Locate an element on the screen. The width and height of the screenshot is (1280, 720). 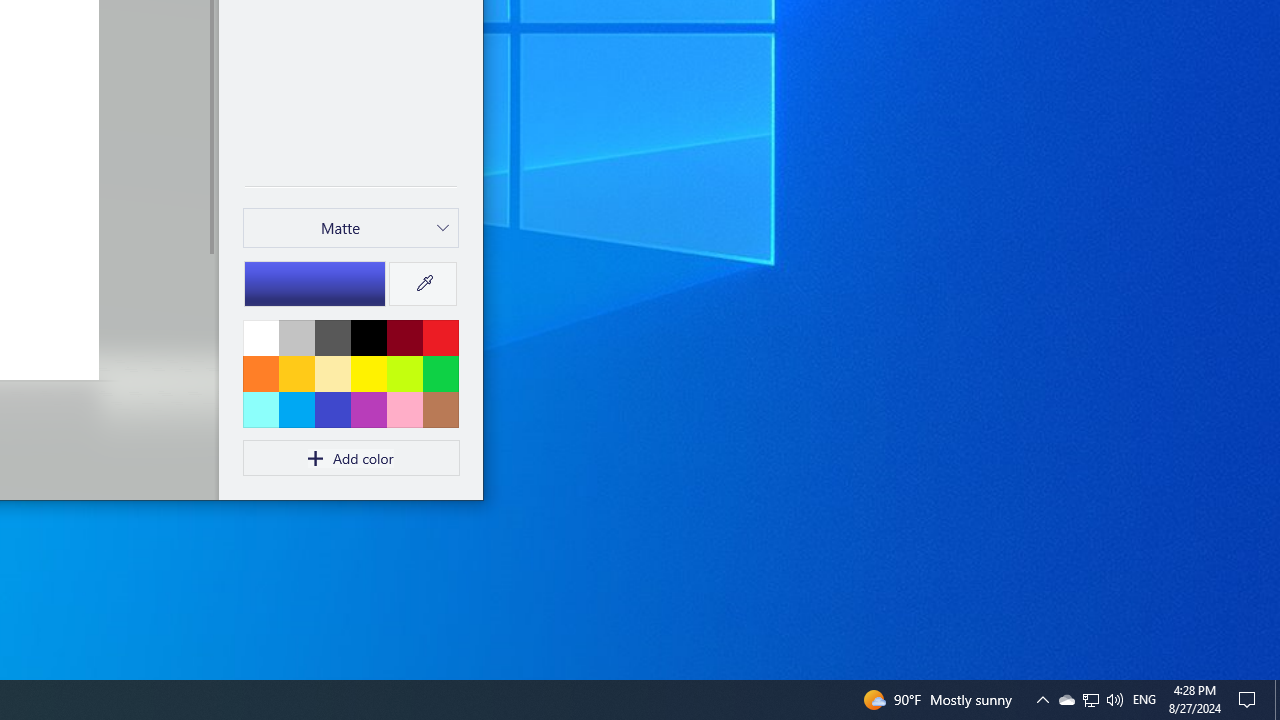
'Add color' is located at coordinates (351, 458).